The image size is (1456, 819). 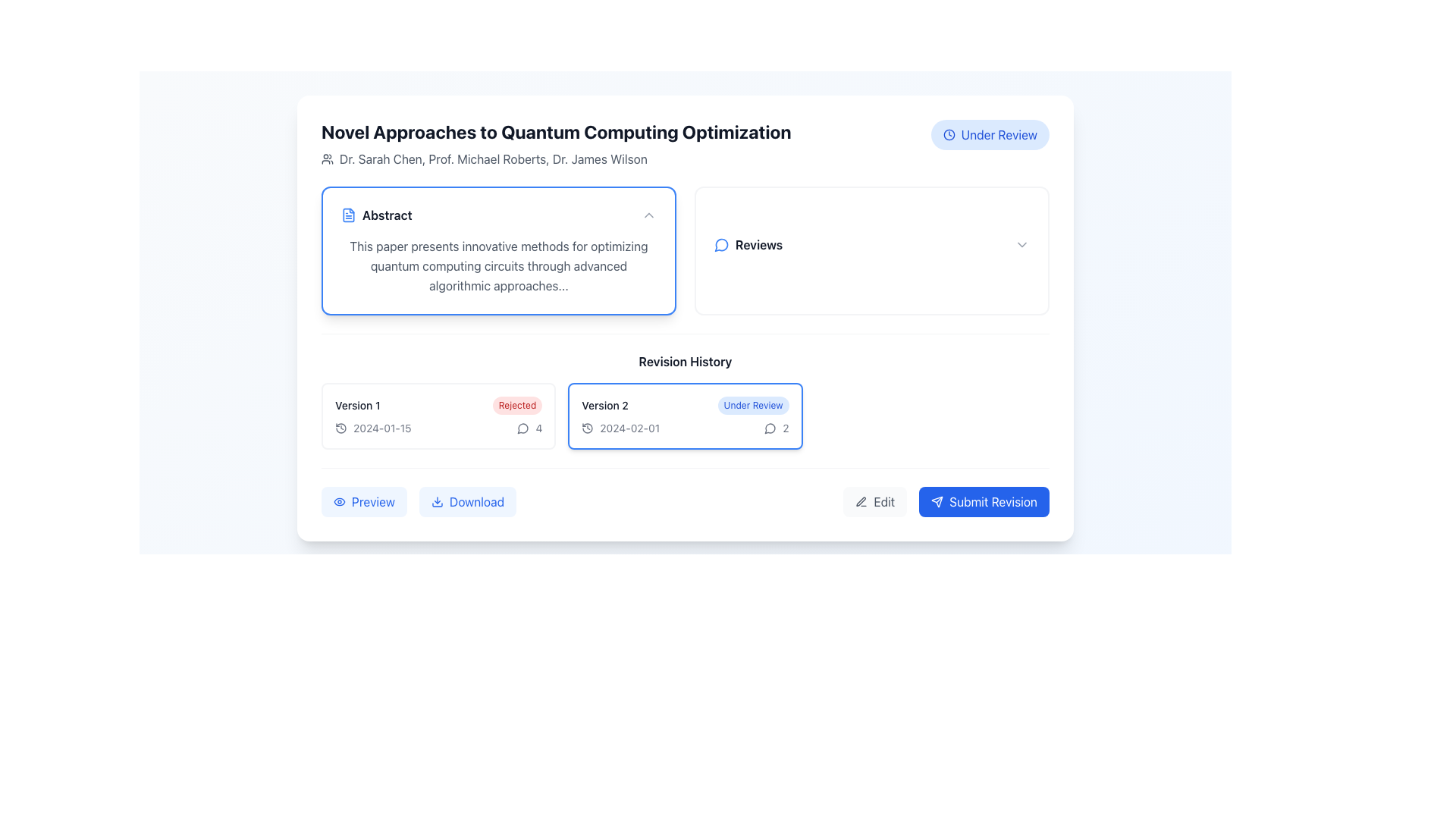 What do you see at coordinates (436, 502) in the screenshot?
I see `the download icon located inside the 'Download' button, which is adjacent to the 'Preview' button in the revision history section` at bounding box center [436, 502].